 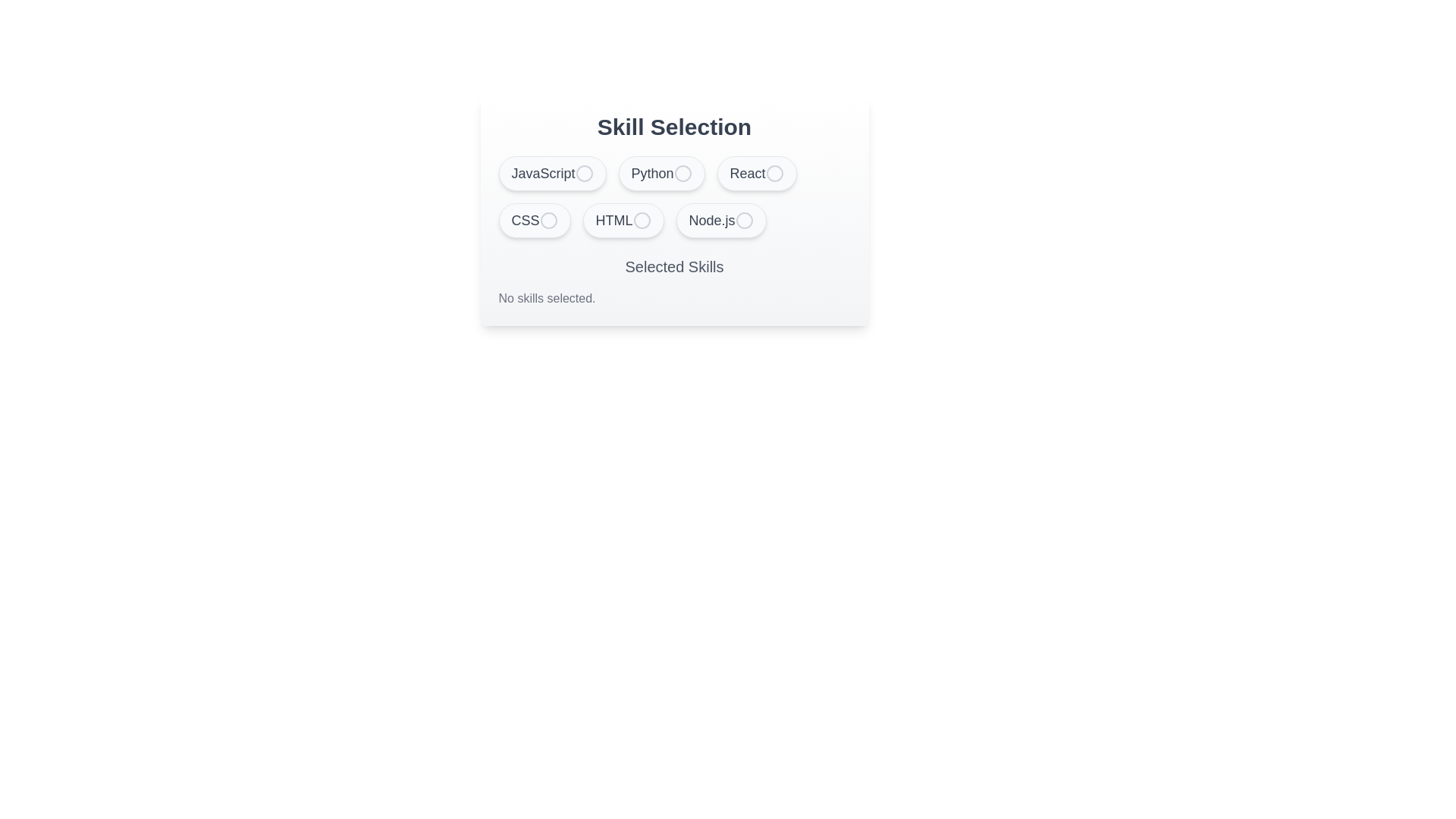 I want to click on the circular gray outline icon located adjacent to the 'Python' text, which represents a selectable option like a radio button, so click(x=682, y=172).